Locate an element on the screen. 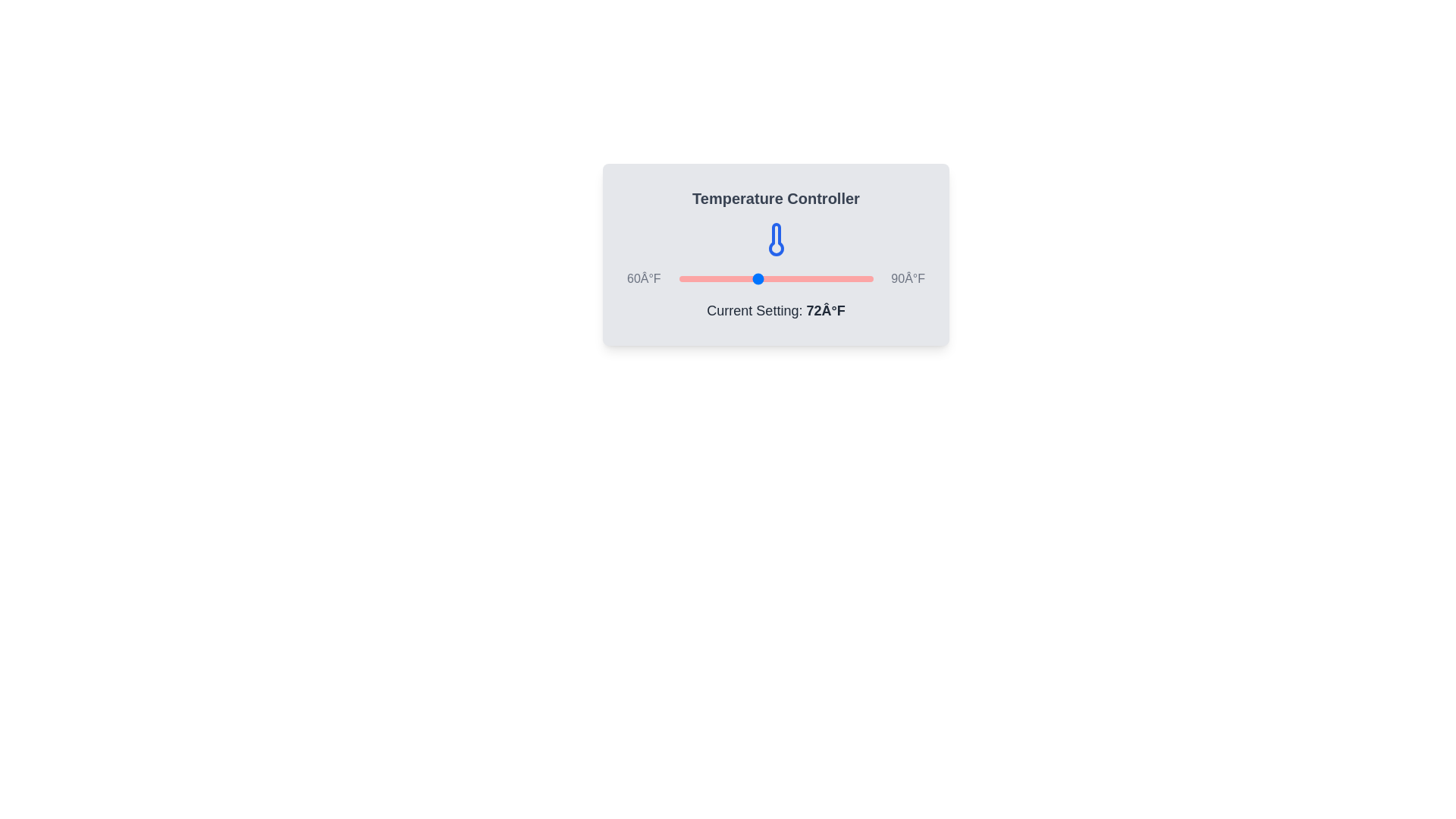  the temperature slider to set the temperature to 83°F is located at coordinates (827, 278).